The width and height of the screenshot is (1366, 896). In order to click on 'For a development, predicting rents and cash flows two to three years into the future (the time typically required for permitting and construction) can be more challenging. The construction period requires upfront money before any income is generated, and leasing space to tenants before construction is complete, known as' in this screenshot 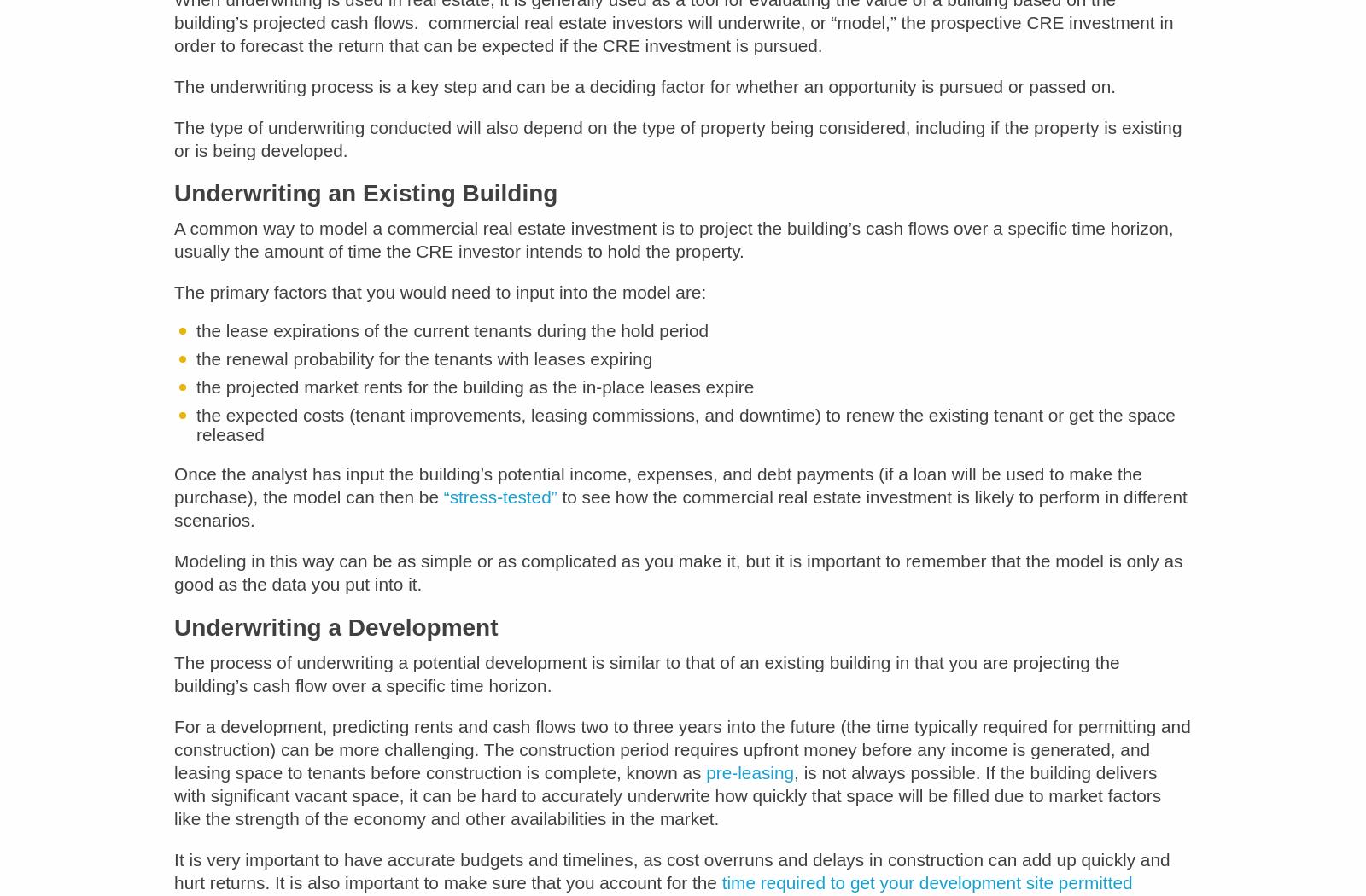, I will do `click(682, 760)`.